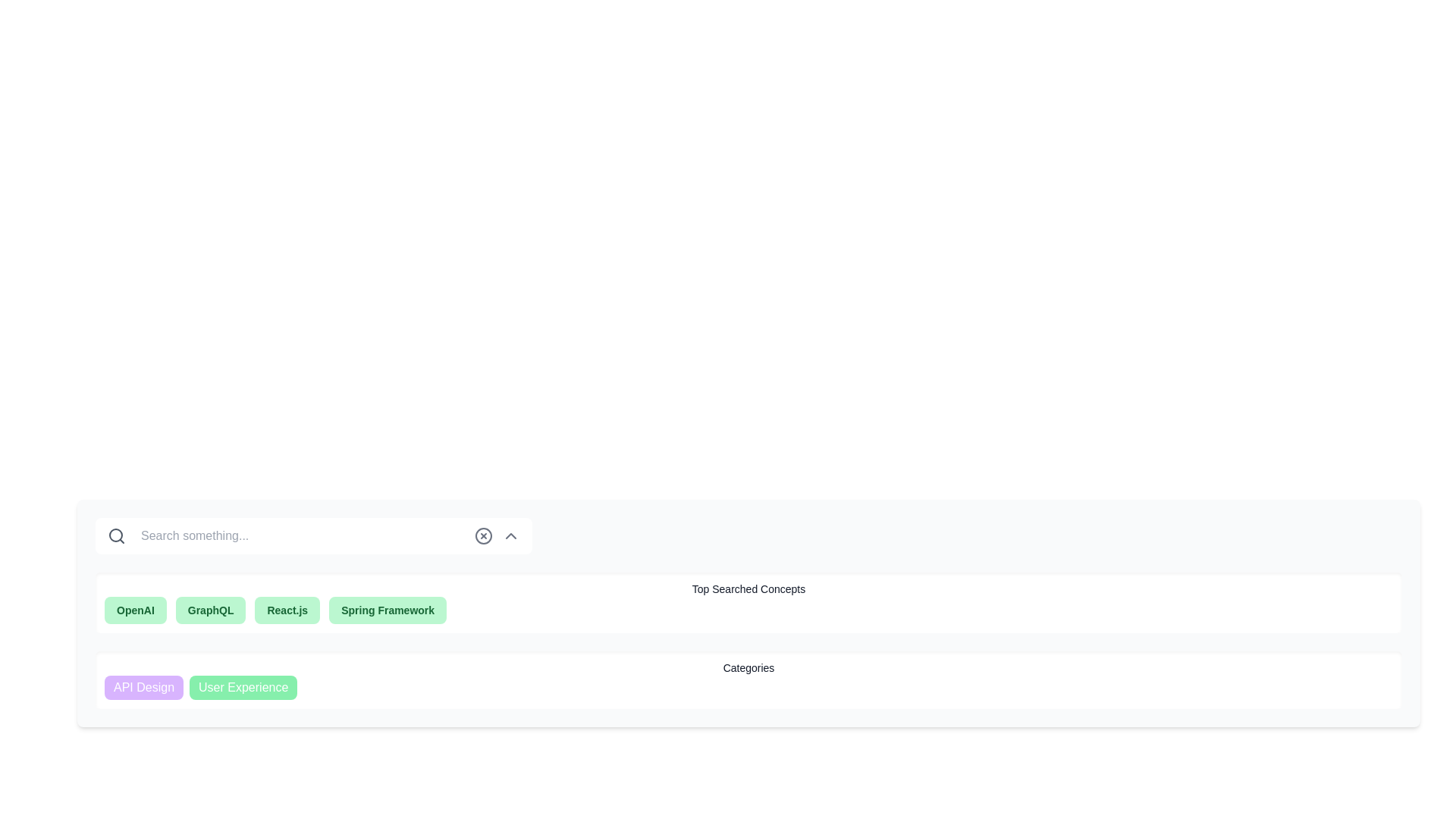 The width and height of the screenshot is (1456, 819). I want to click on the toggle button with a chevron-up icon located in the rightmost section of the group, so click(510, 535).